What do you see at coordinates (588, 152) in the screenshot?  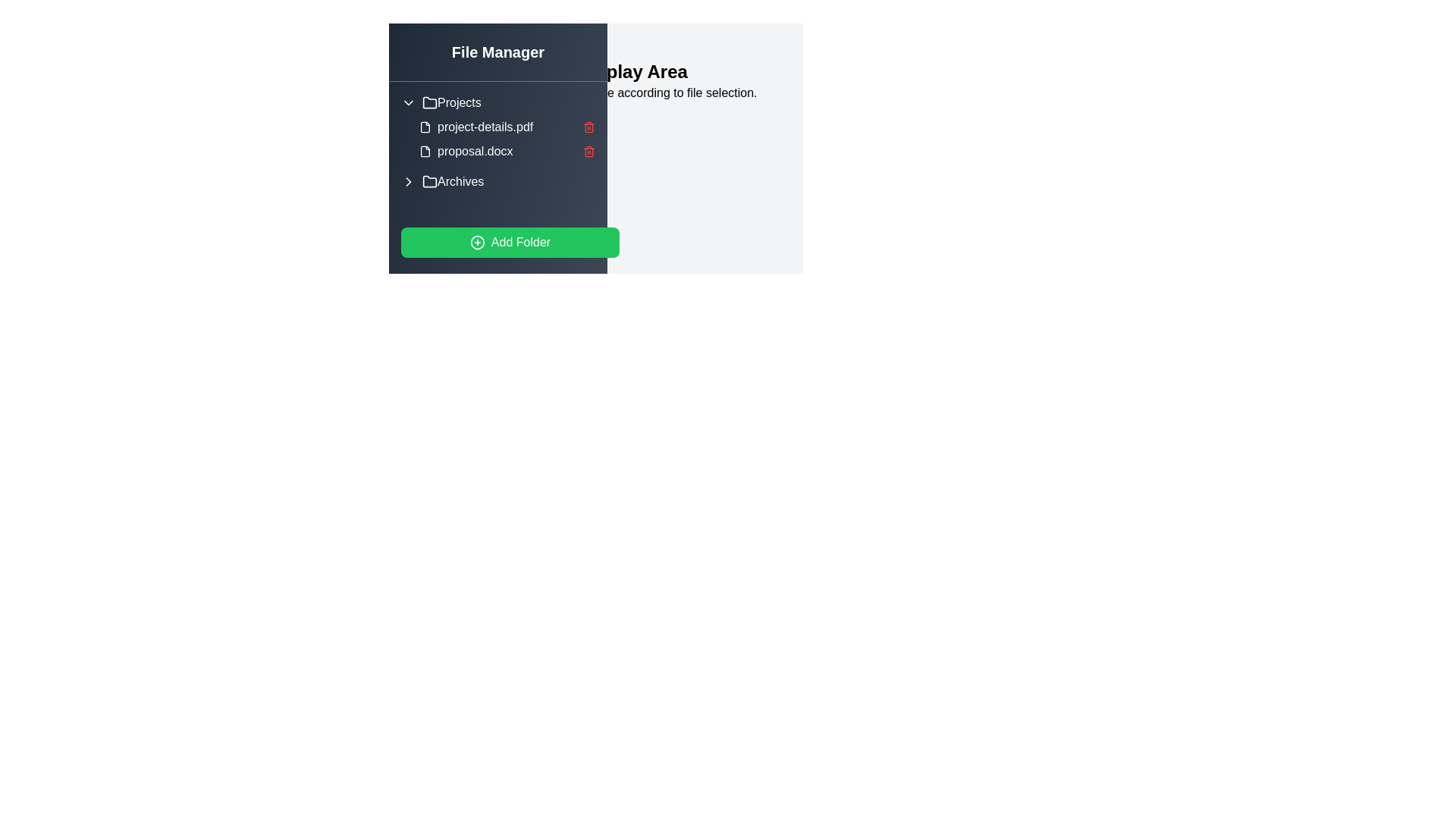 I see `the left border line of the trash bin icon located to the right of 'proposal.docx' under the 'Projects' folder in the file manager interface` at bounding box center [588, 152].